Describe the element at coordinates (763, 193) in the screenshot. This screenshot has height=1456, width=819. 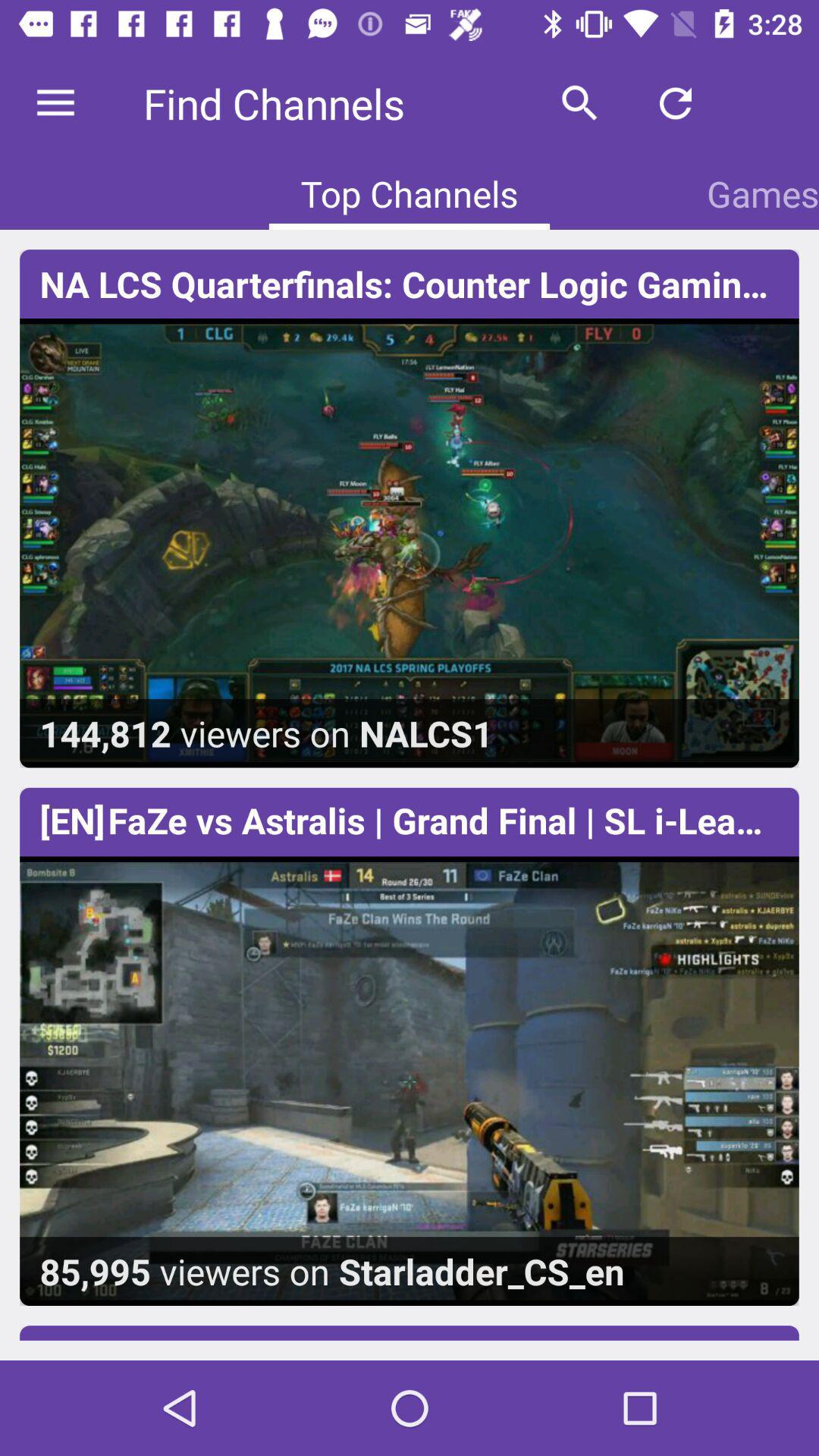
I see `the games` at that location.